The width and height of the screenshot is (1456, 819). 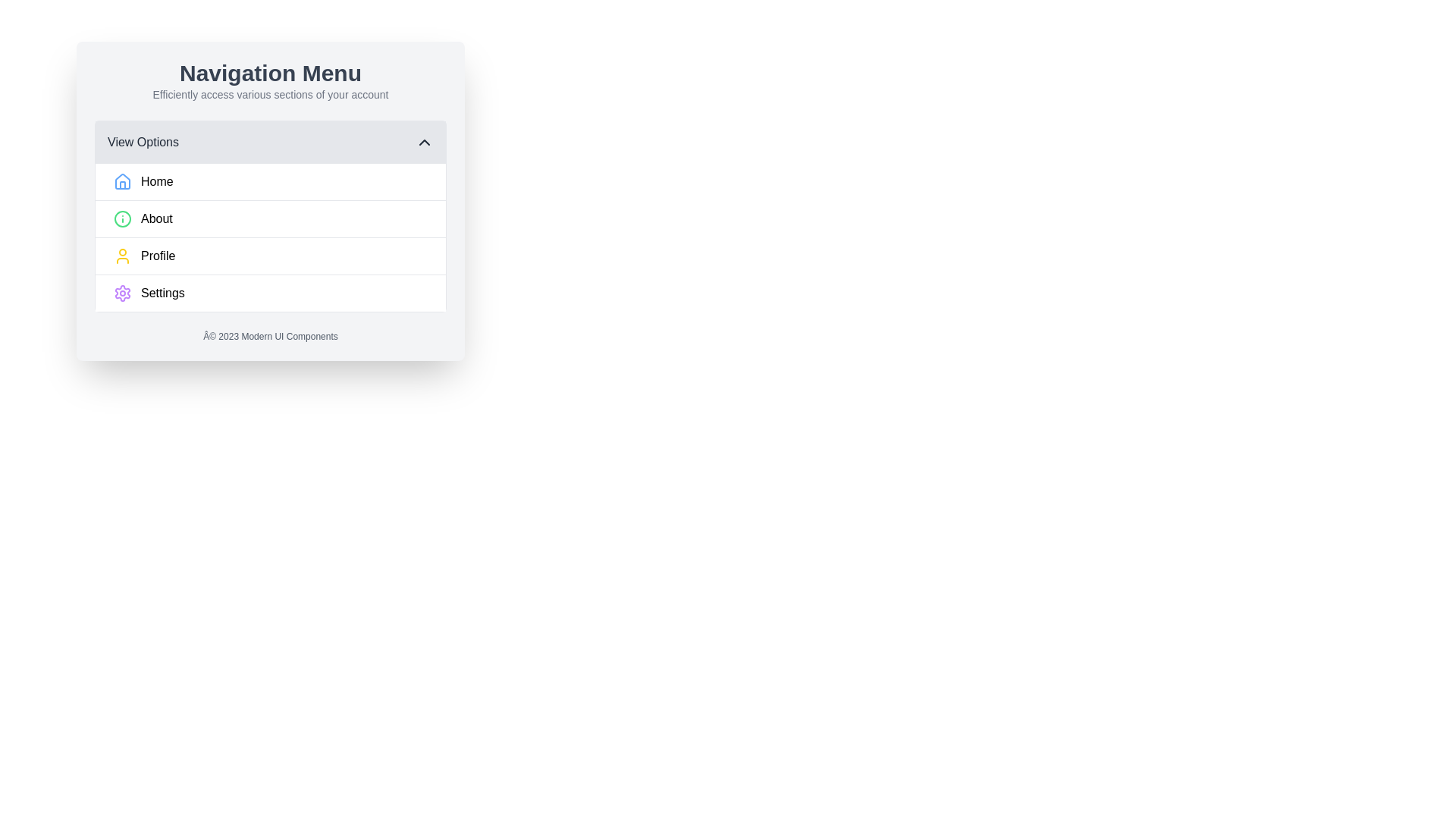 What do you see at coordinates (143, 143) in the screenshot?
I see `the Text label that serves as a title in the navigation menu, indicating its role as a toggle for additional options` at bounding box center [143, 143].